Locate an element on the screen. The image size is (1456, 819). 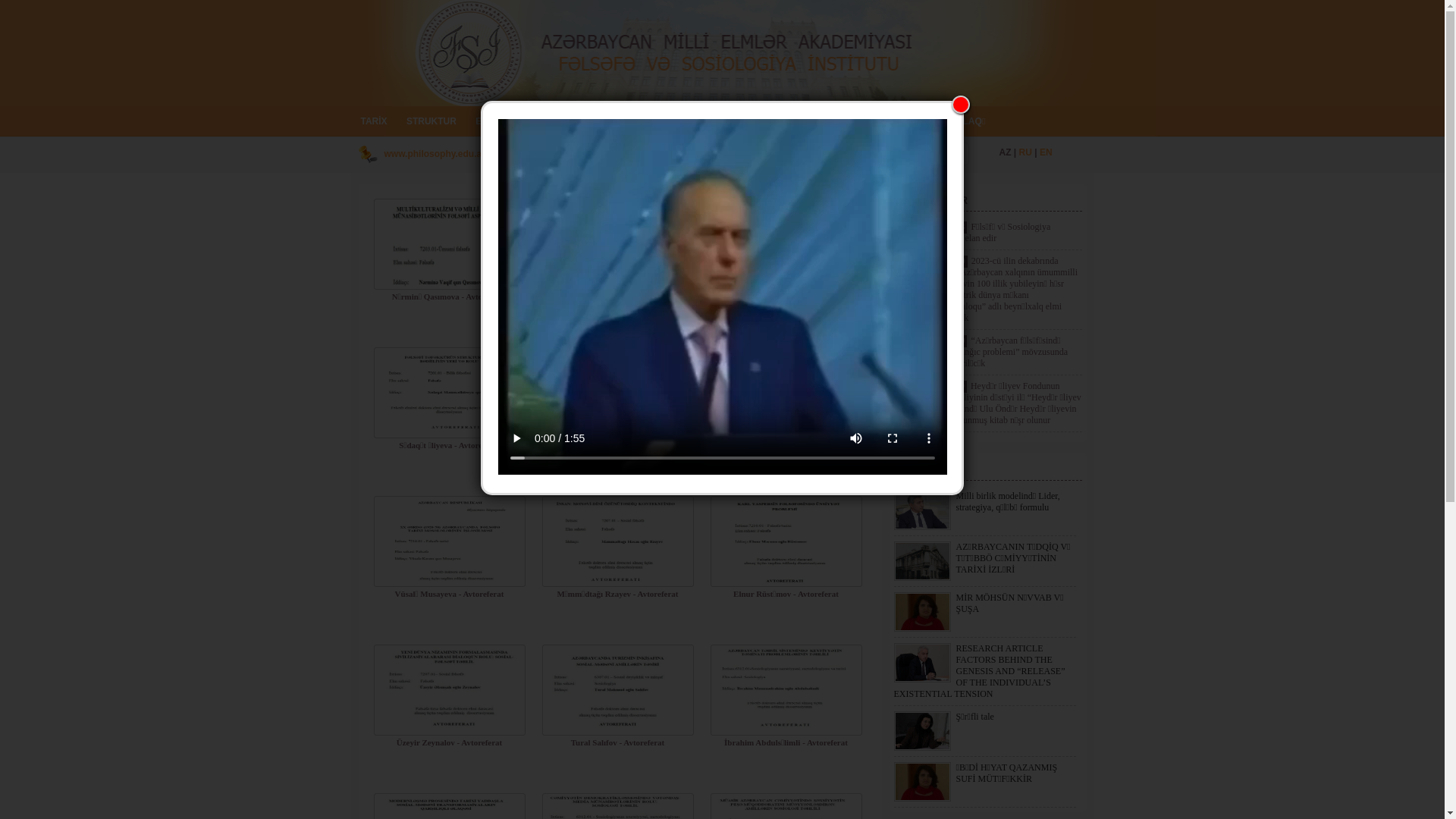
'STRUKTUR' is located at coordinates (431, 120).